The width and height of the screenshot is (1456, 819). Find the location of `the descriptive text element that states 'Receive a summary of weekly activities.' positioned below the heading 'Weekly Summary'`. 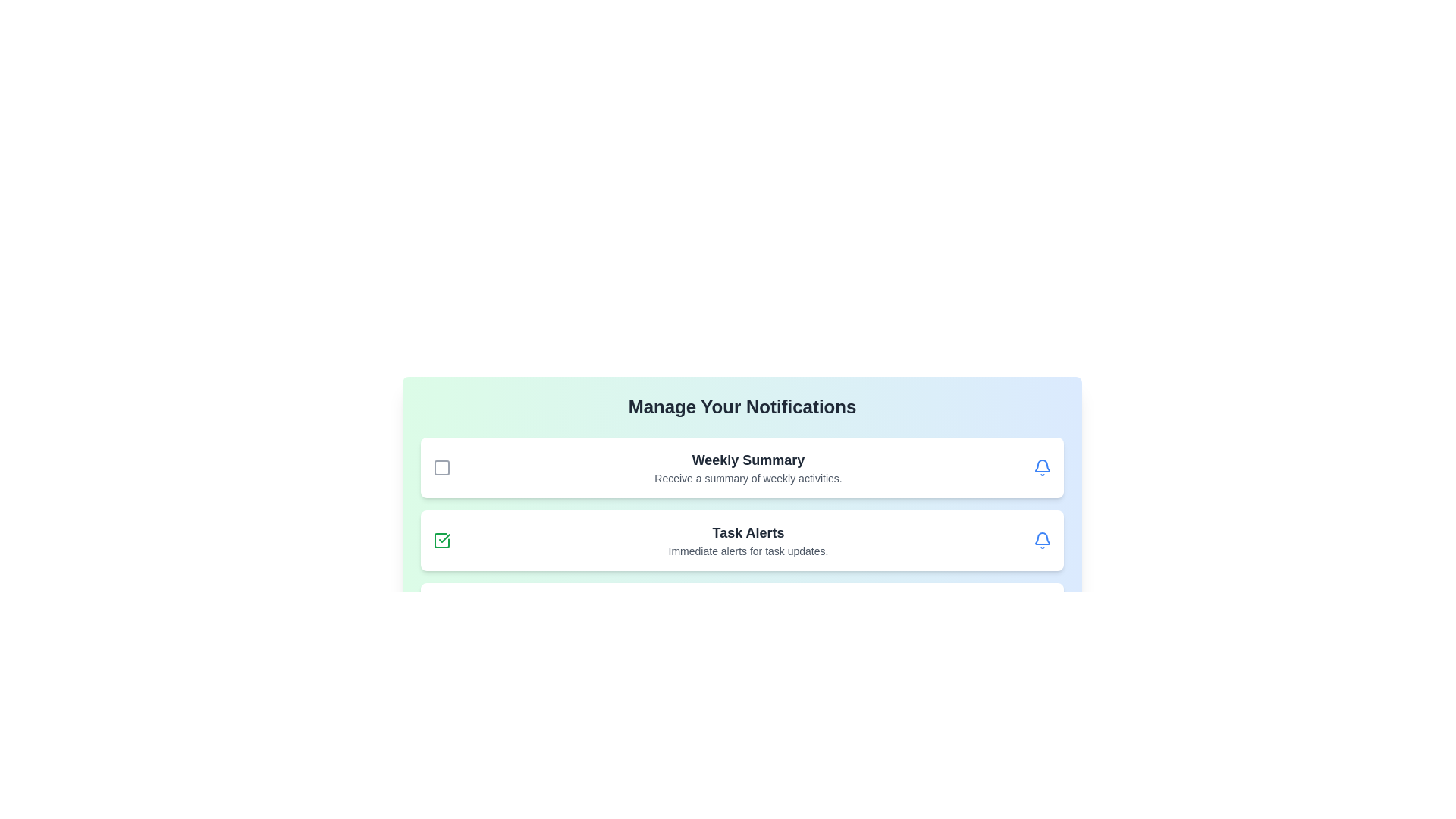

the descriptive text element that states 'Receive a summary of weekly activities.' positioned below the heading 'Weekly Summary' is located at coordinates (748, 479).